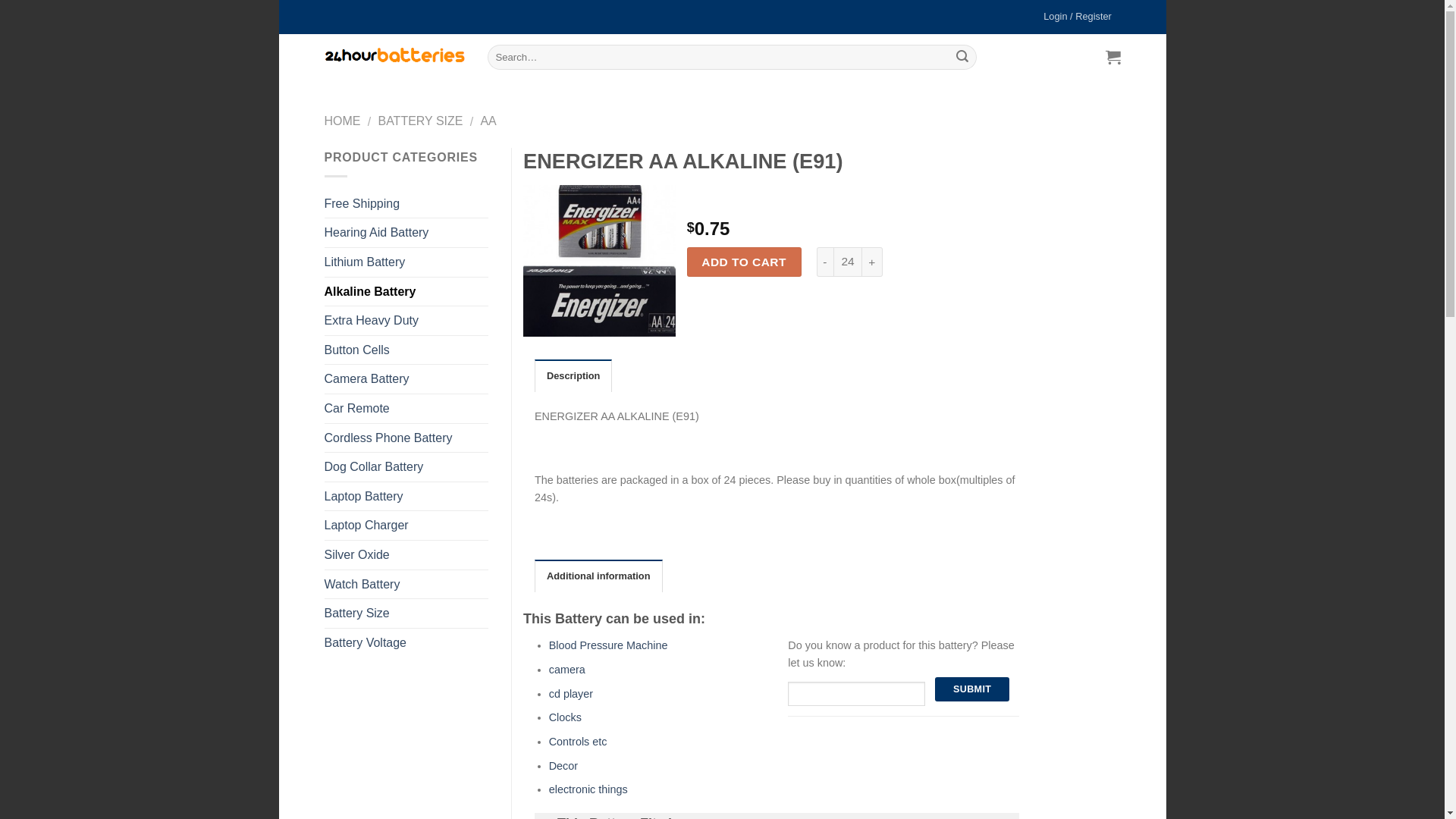 The image size is (1456, 819). What do you see at coordinates (406, 584) in the screenshot?
I see `'Watch Battery'` at bounding box center [406, 584].